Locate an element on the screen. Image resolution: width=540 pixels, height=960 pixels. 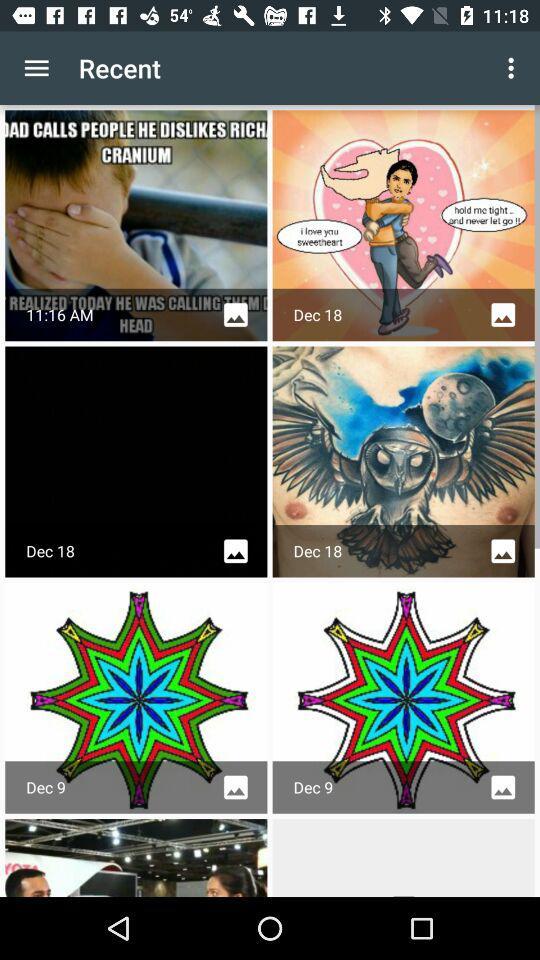
item to the left of the recent icon is located at coordinates (36, 68).